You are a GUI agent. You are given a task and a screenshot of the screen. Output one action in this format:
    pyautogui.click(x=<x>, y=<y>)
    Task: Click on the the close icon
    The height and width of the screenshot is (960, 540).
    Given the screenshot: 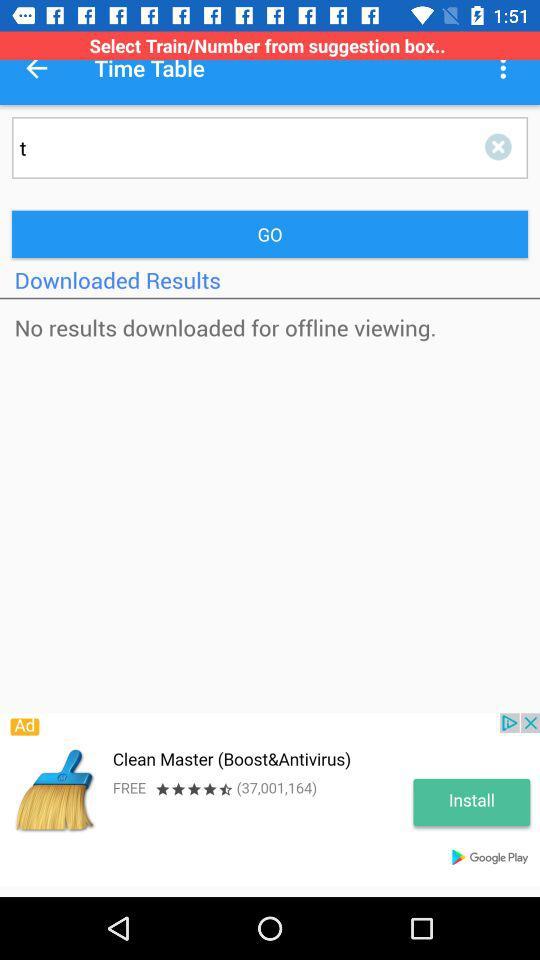 What is the action you would take?
    pyautogui.click(x=501, y=146)
    